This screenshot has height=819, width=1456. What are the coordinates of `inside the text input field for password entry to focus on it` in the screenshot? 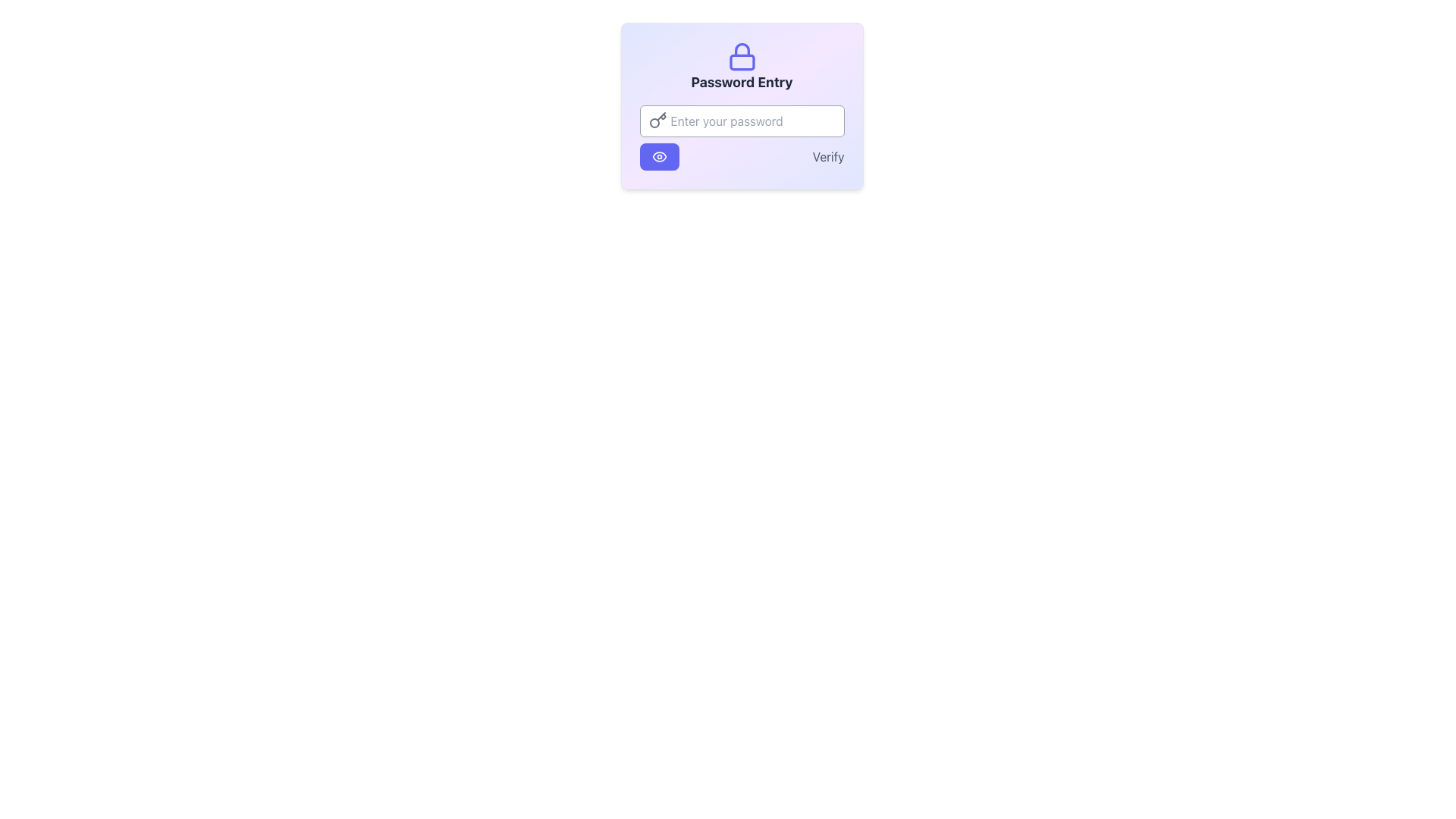 It's located at (742, 120).